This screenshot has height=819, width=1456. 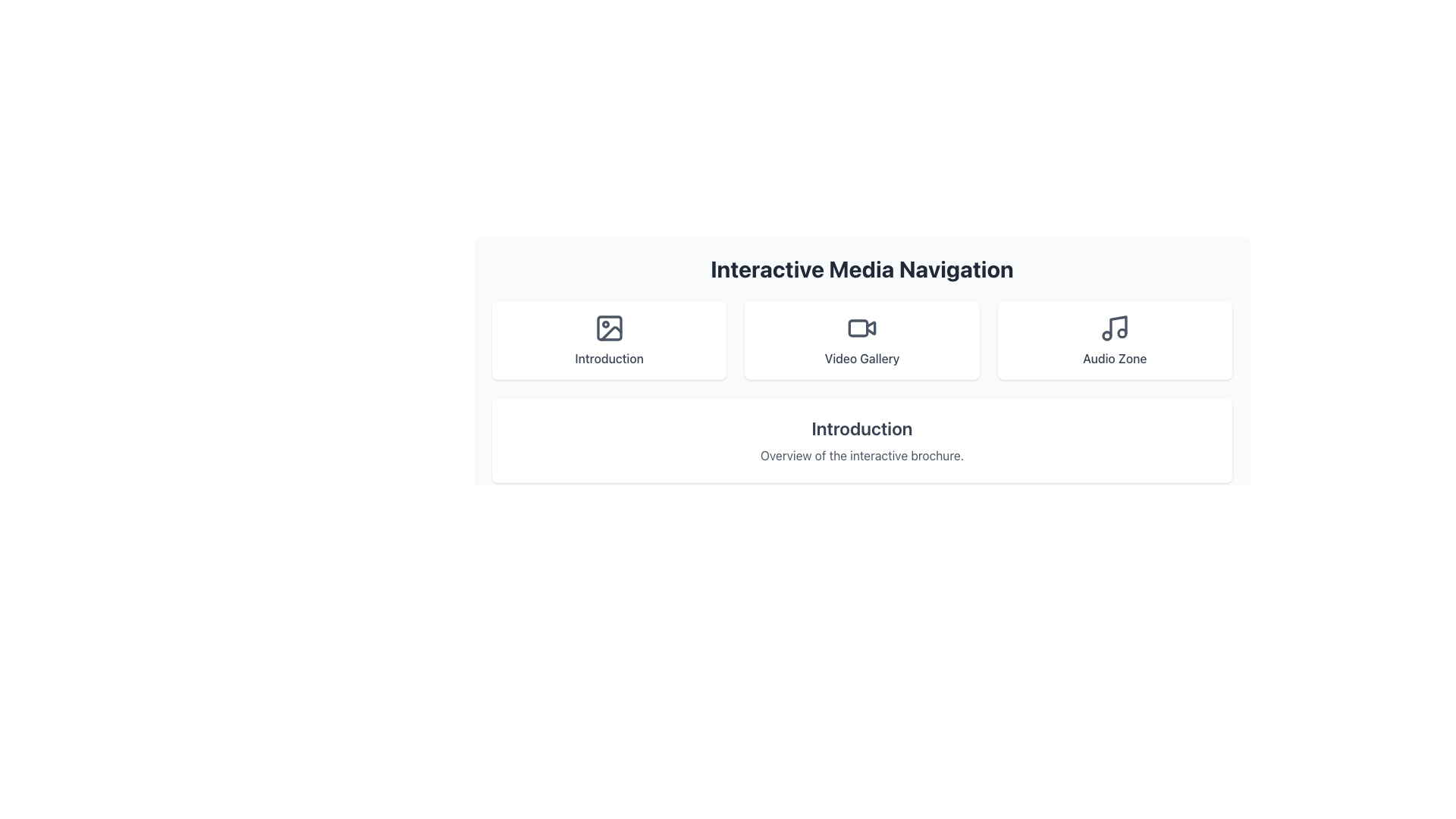 What do you see at coordinates (609, 327) in the screenshot?
I see `the decorative icon representing the 'Introduction' tile, located in the top-left tile of a three-tile horizontal layout, positioned above the label 'Introduction'` at bounding box center [609, 327].